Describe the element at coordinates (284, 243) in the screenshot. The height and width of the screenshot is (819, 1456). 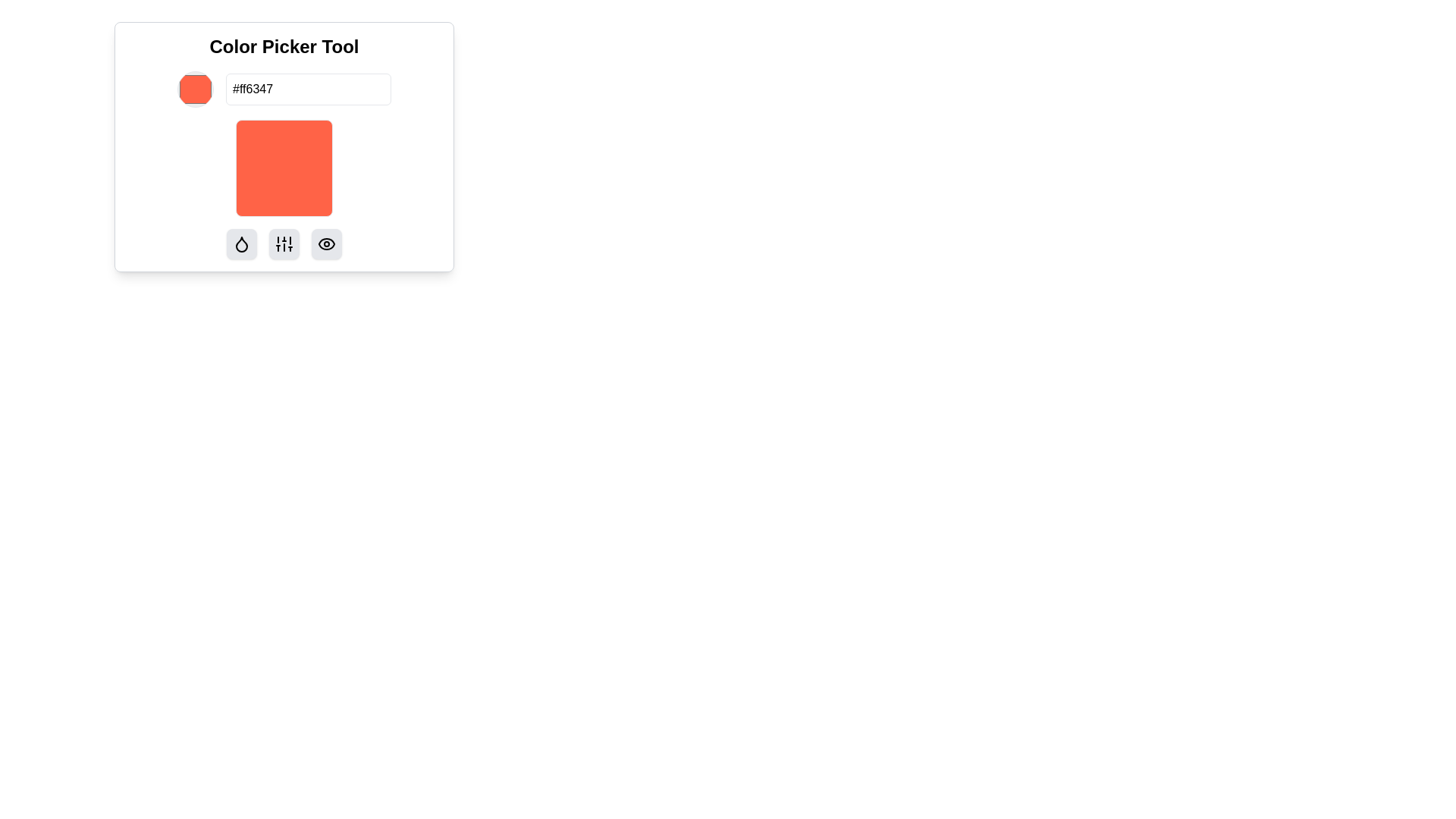
I see `the button with a light gray background and vertical sliders icon, which is the second button in a horizontal row of three buttons at the bottom of the Color Picker Tool interface` at that location.